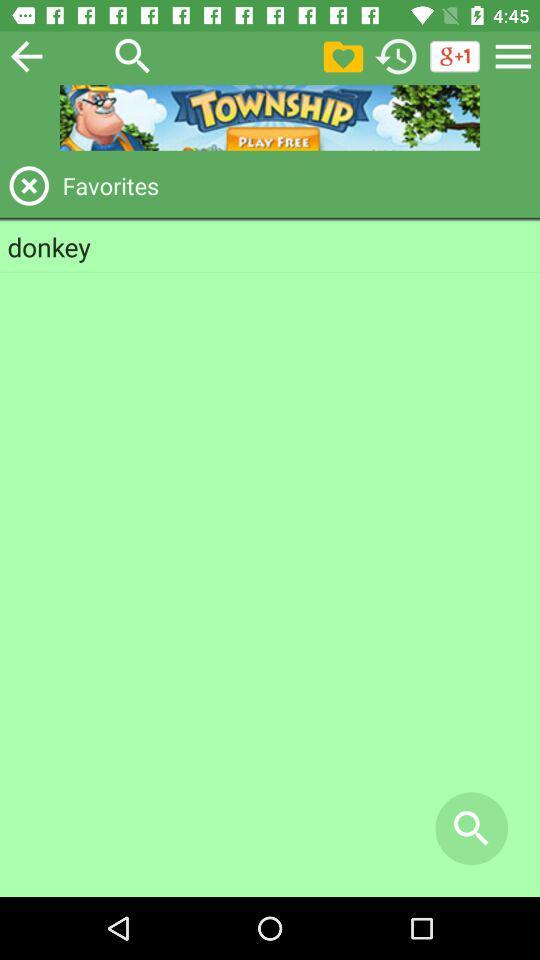 Image resolution: width=540 pixels, height=960 pixels. What do you see at coordinates (133, 55) in the screenshot?
I see `search what we want` at bounding box center [133, 55].